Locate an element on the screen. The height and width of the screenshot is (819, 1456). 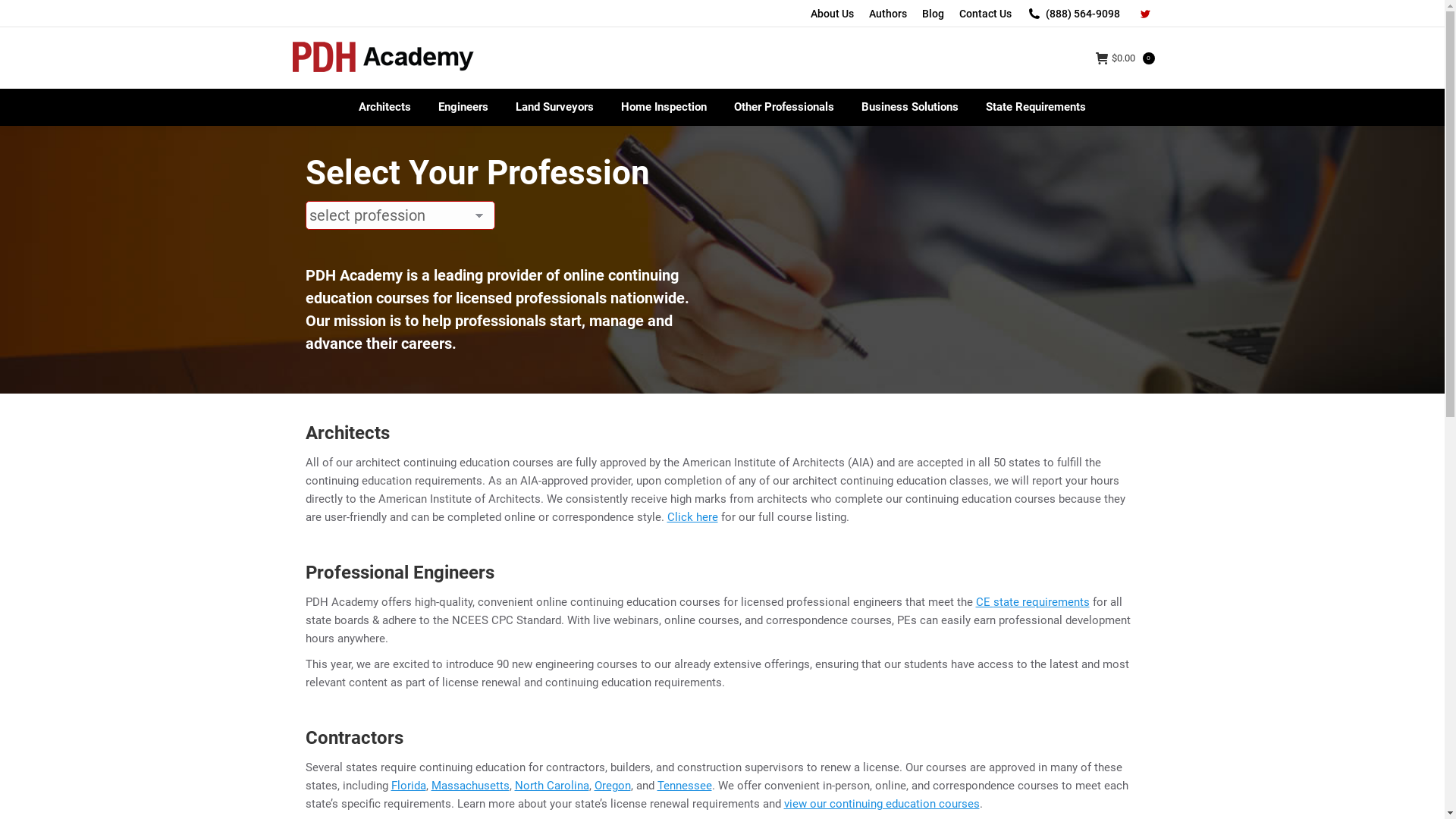
'$0.00 is located at coordinates (1125, 57).